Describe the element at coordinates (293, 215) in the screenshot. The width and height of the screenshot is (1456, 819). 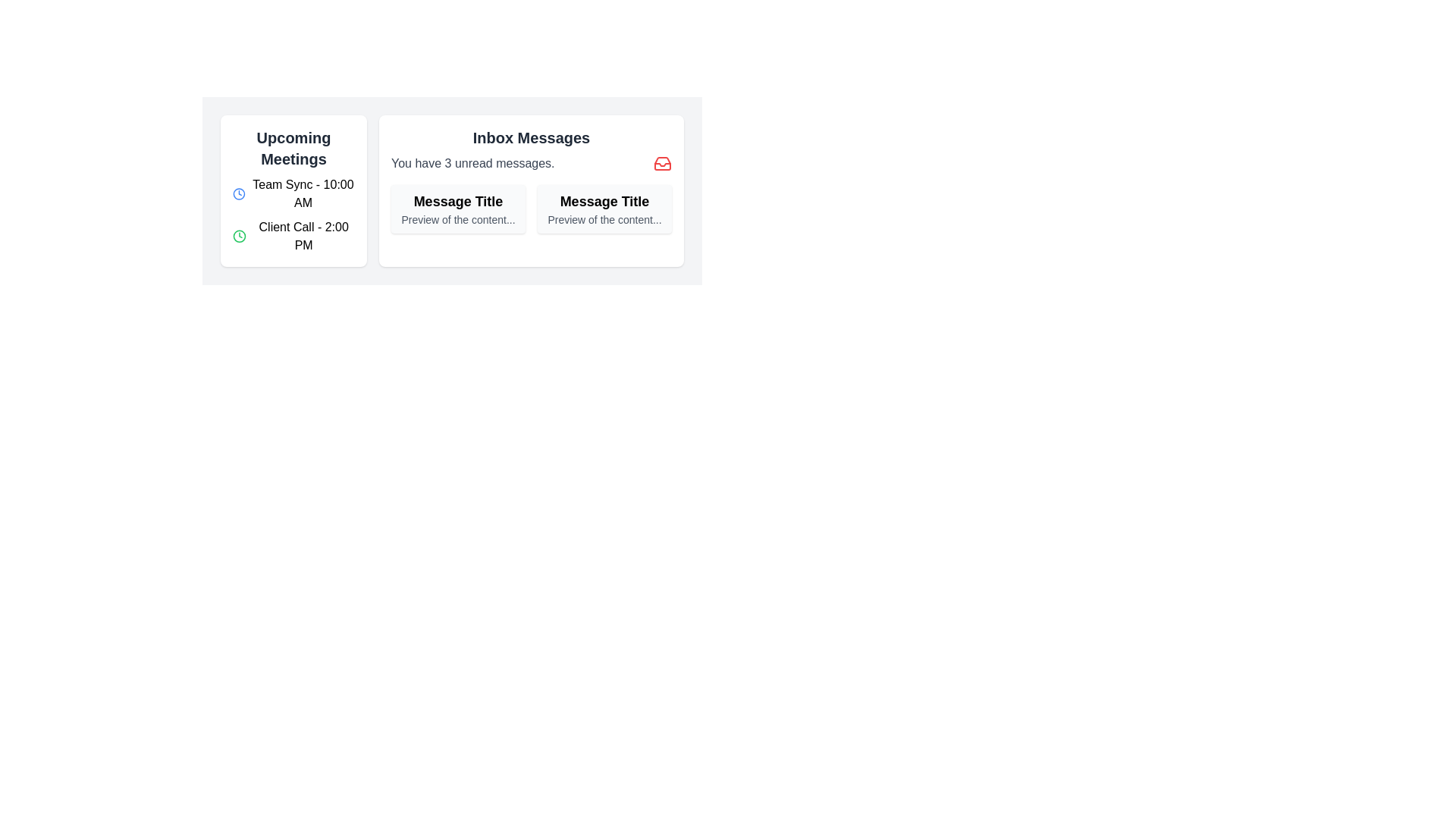
I see `the Informational text block with icons in the 'Upcoming Meetings' section, which displays scheduled meetings and their times` at that location.